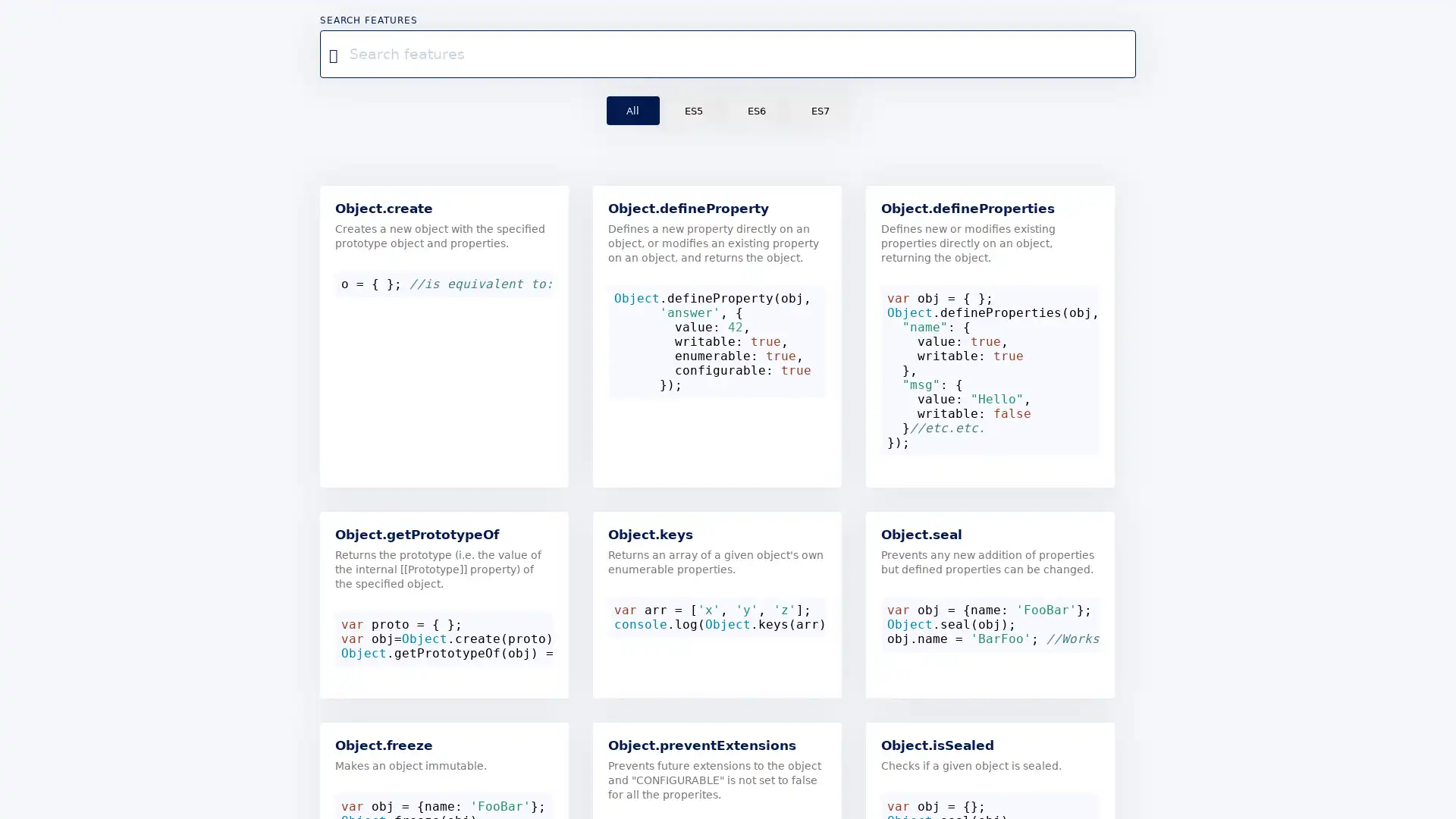  What do you see at coordinates (632, 109) in the screenshot?
I see `All` at bounding box center [632, 109].